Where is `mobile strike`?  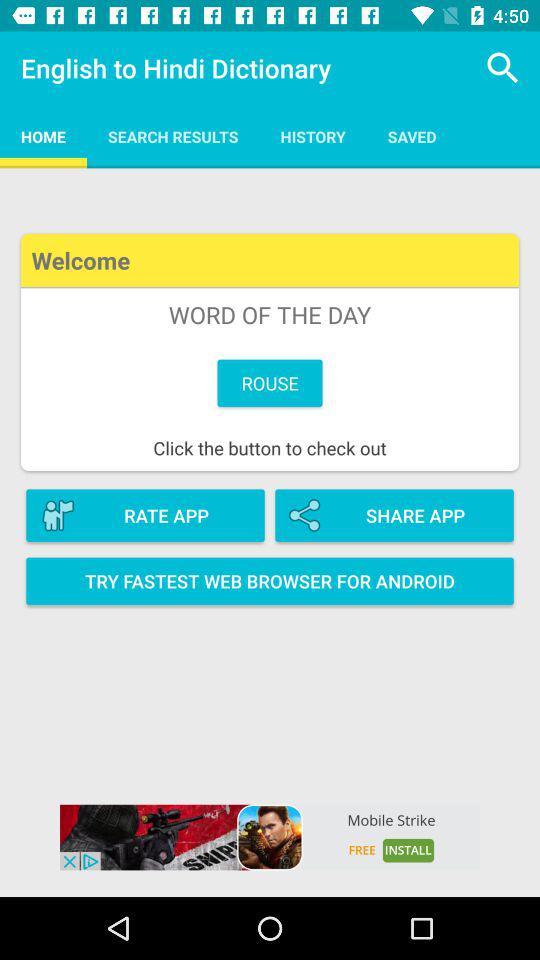 mobile strike is located at coordinates (270, 837).